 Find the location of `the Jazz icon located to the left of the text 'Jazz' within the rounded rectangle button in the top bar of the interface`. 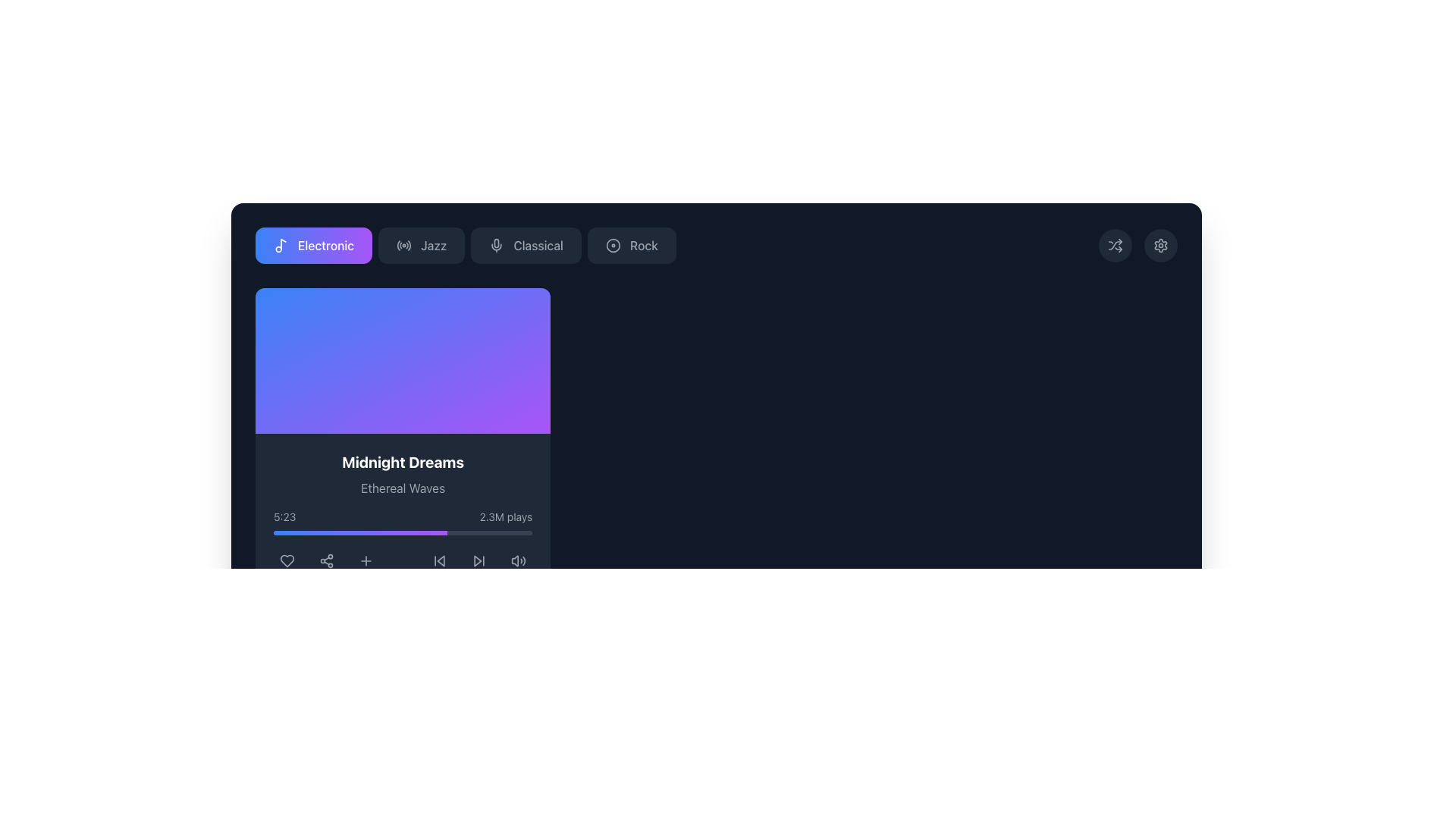

the Jazz icon located to the left of the text 'Jazz' within the rounded rectangle button in the top bar of the interface is located at coordinates (403, 245).